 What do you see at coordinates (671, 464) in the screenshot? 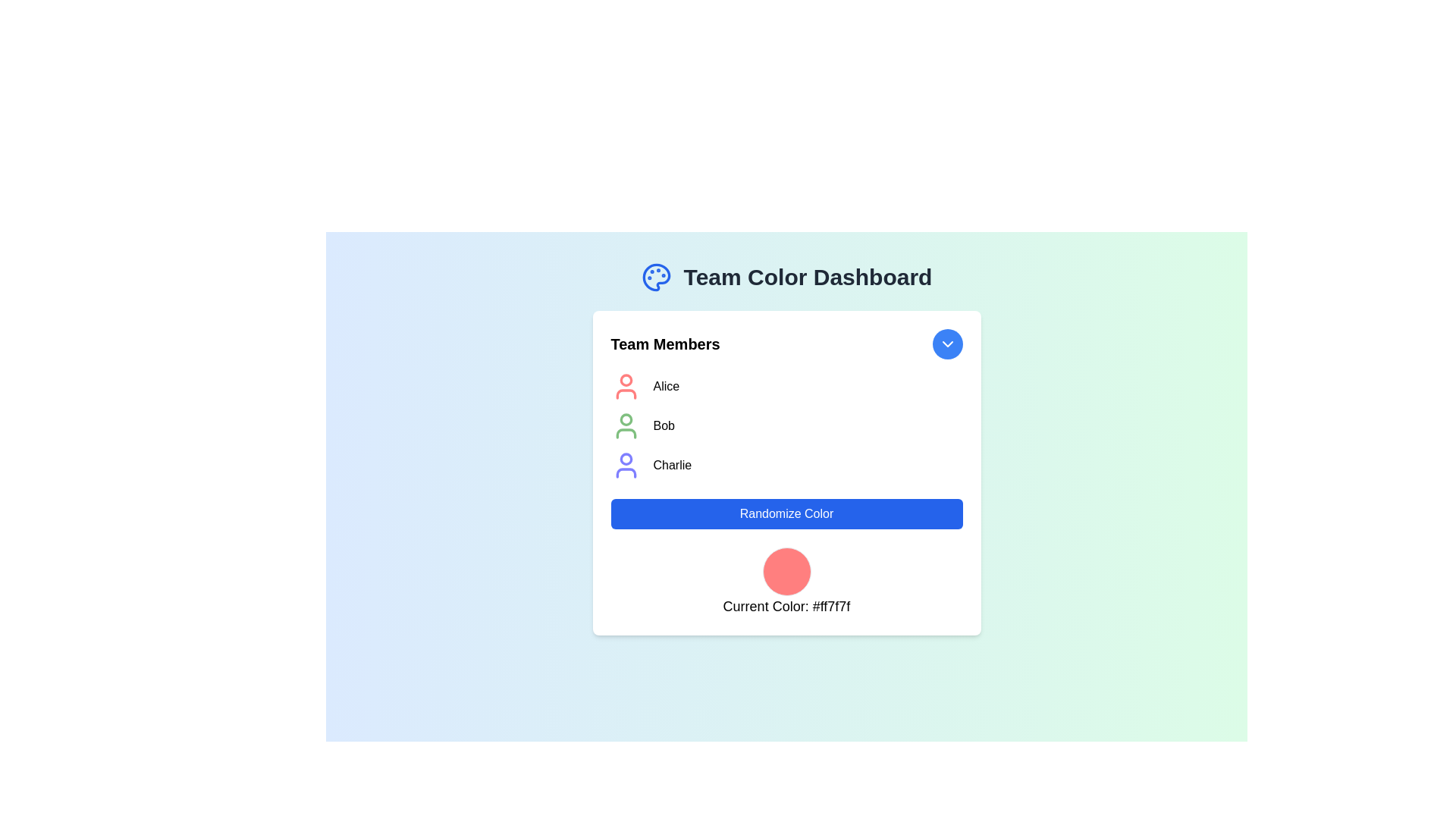
I see `the text label displaying the name 'Charlie' in the team member list on the dashboard interface` at bounding box center [671, 464].